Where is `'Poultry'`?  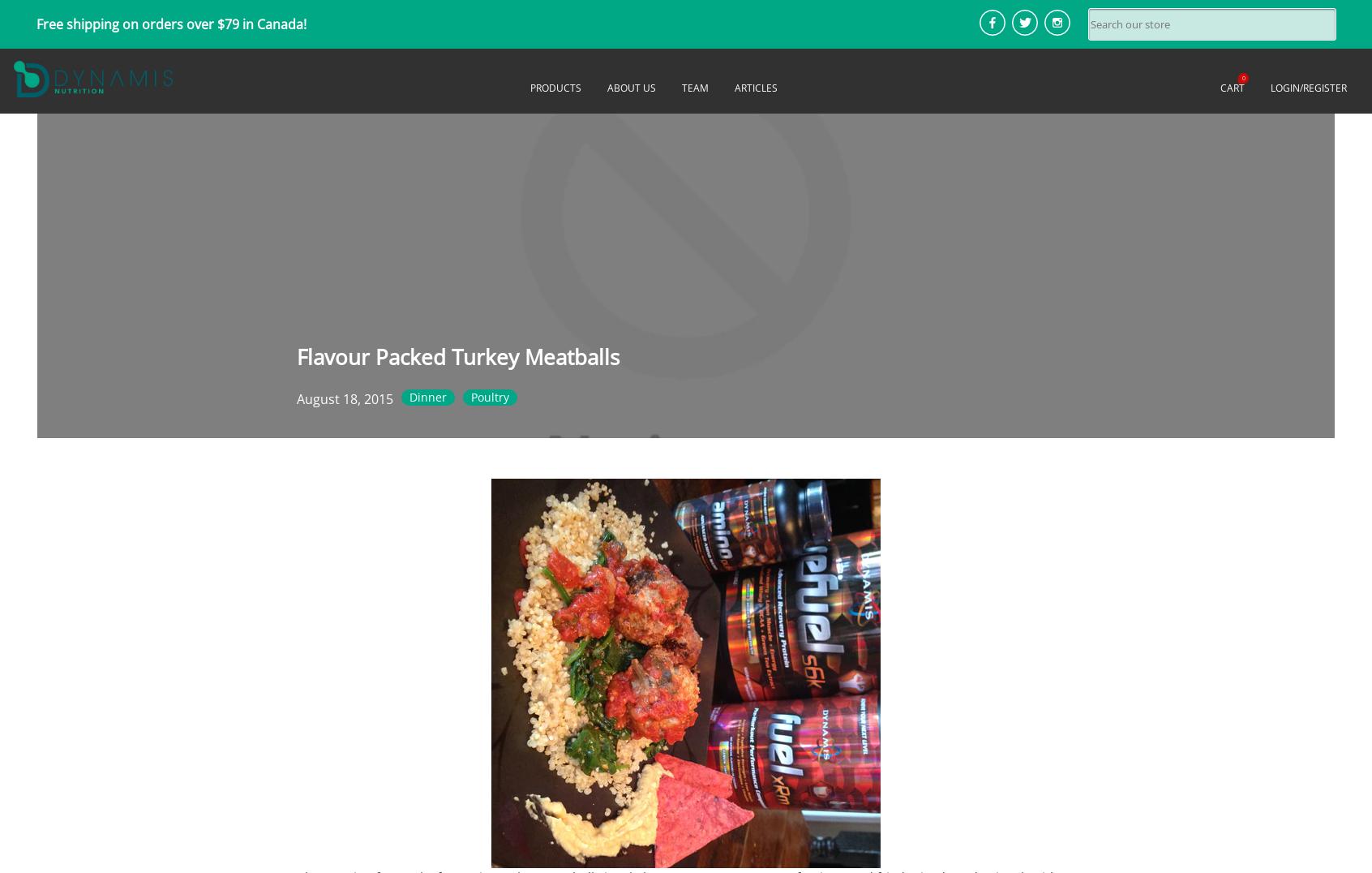 'Poultry' is located at coordinates (470, 396).